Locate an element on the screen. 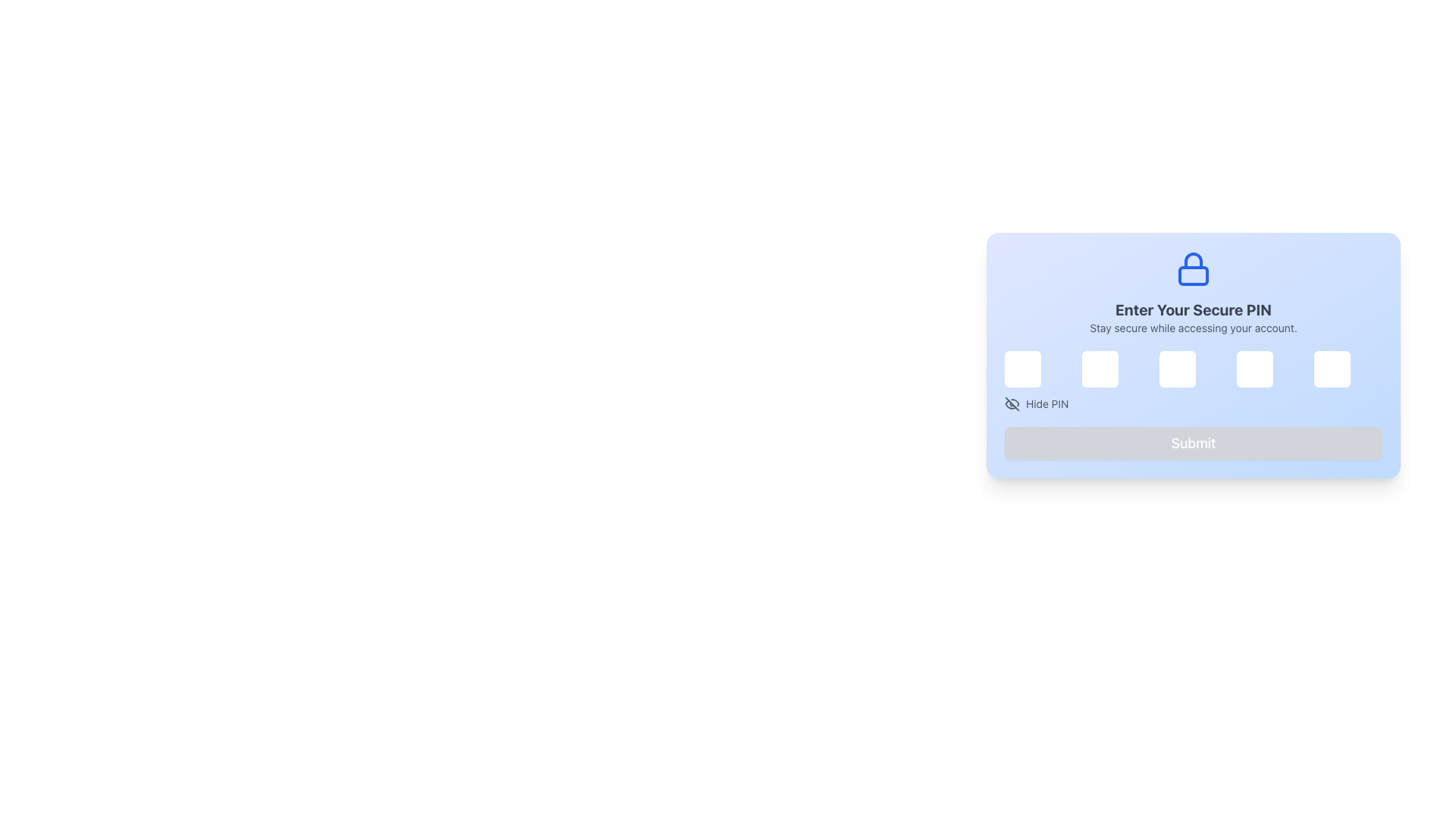 The width and height of the screenshot is (1456, 819). the submit button located at the bottom of the PIN entry form to attempt submission of the entered PIN is located at coordinates (1193, 444).